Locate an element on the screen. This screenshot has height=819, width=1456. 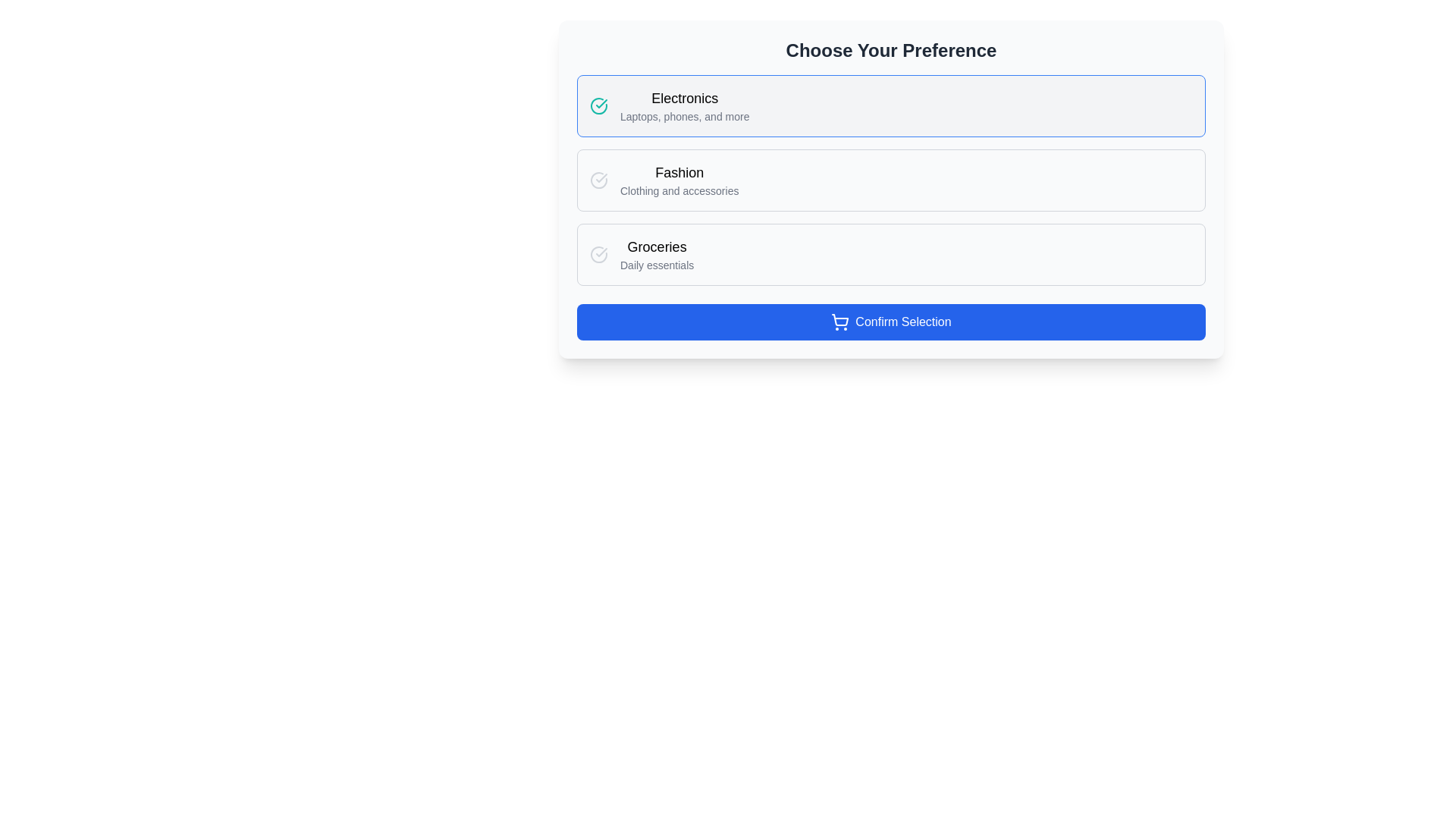
the text label providing additional context for the 'Electronics' category, located directly below the main title is located at coordinates (684, 116).